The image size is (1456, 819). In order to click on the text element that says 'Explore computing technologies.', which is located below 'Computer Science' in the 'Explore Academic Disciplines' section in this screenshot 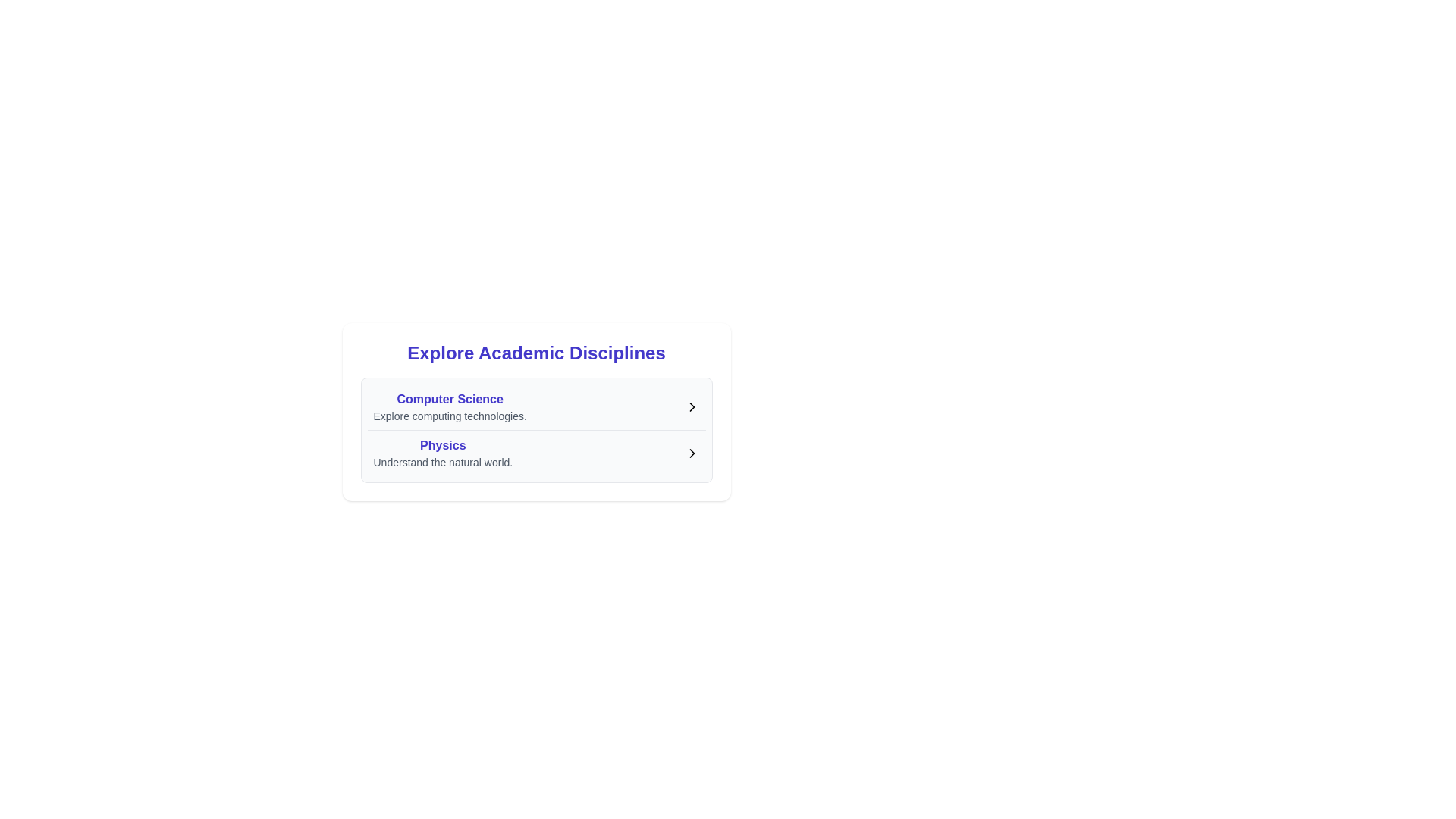, I will do `click(449, 416)`.